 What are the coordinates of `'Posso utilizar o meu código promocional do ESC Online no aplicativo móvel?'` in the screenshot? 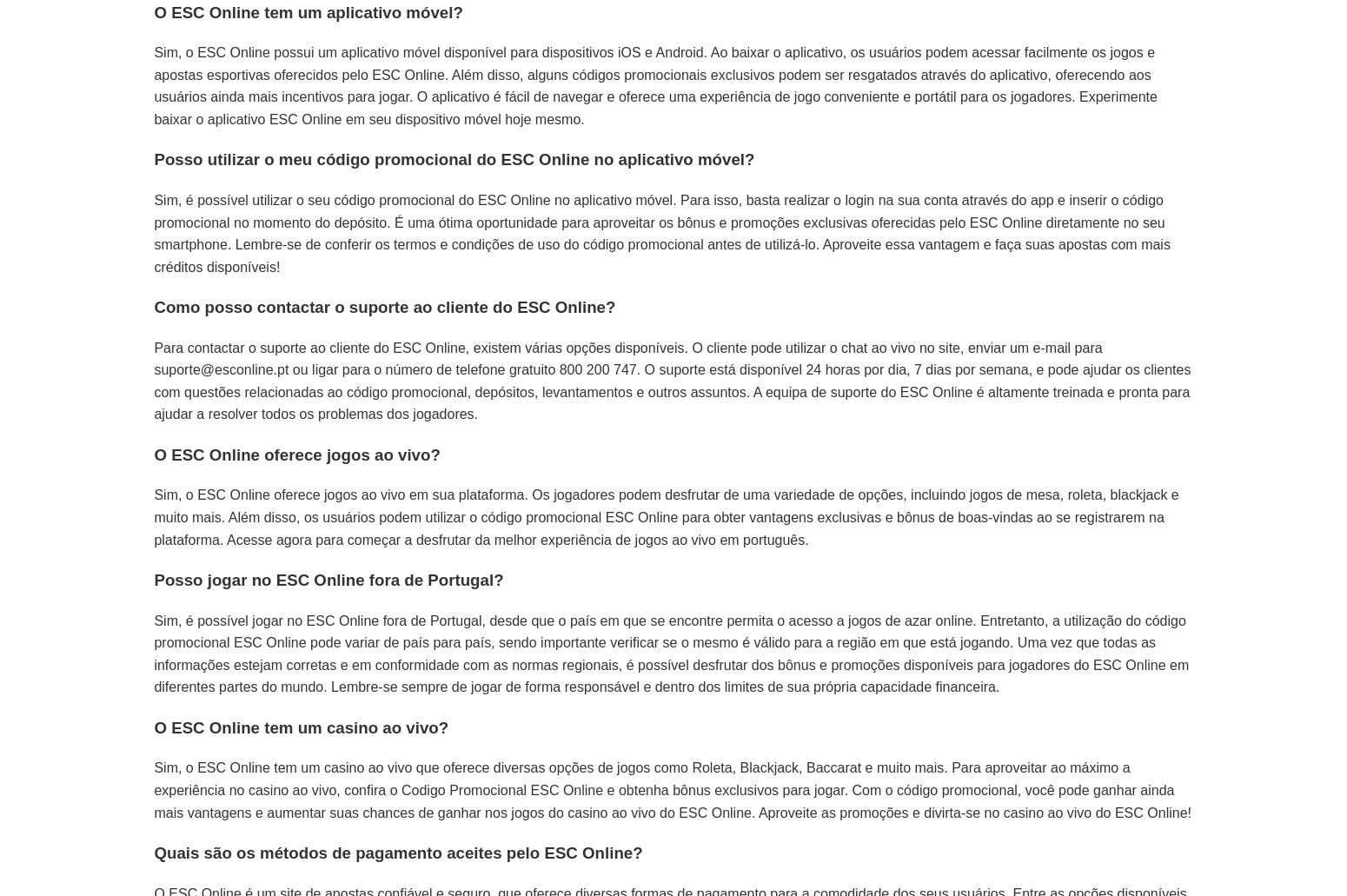 It's located at (453, 158).